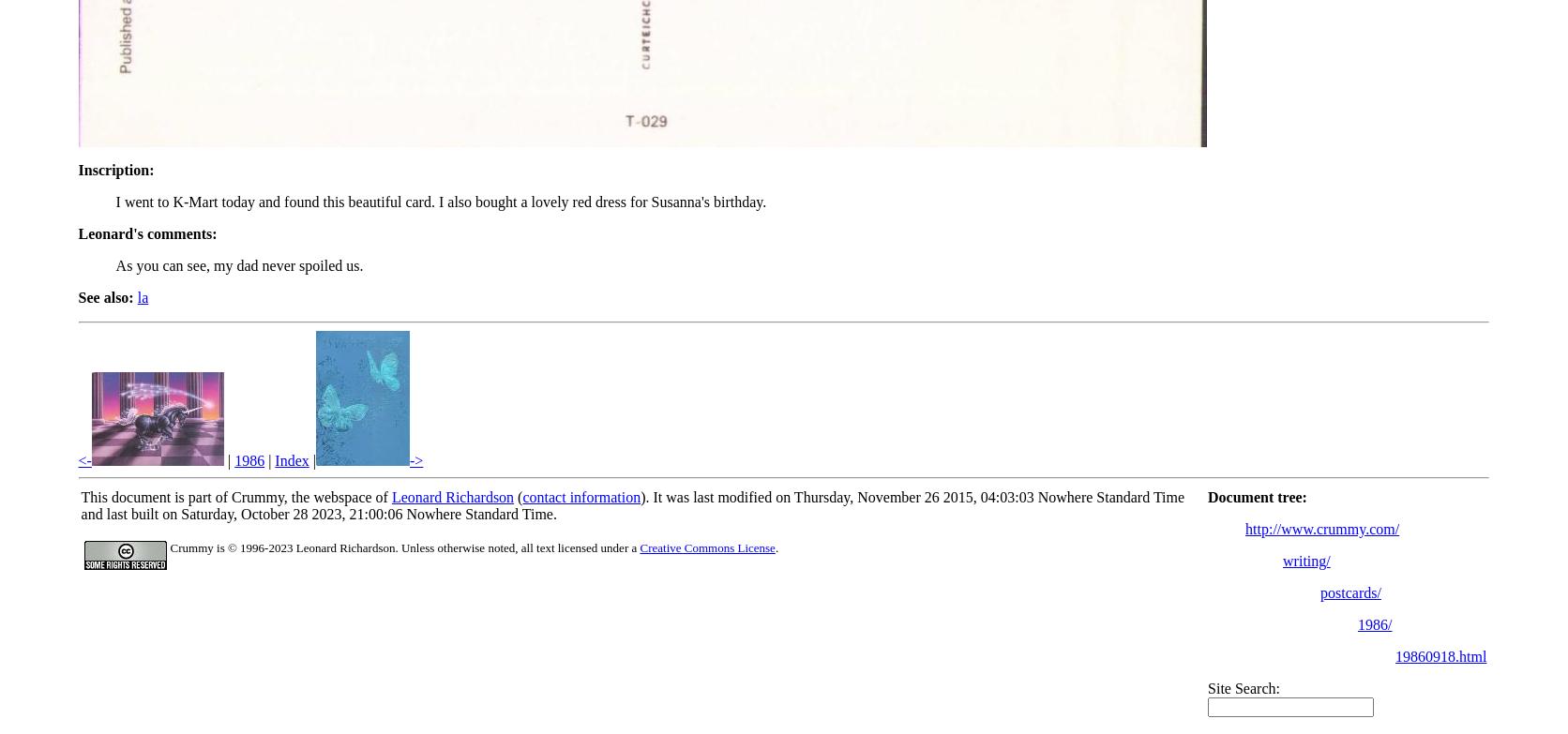  What do you see at coordinates (520, 496) in the screenshot?
I see `'contact information'` at bounding box center [520, 496].